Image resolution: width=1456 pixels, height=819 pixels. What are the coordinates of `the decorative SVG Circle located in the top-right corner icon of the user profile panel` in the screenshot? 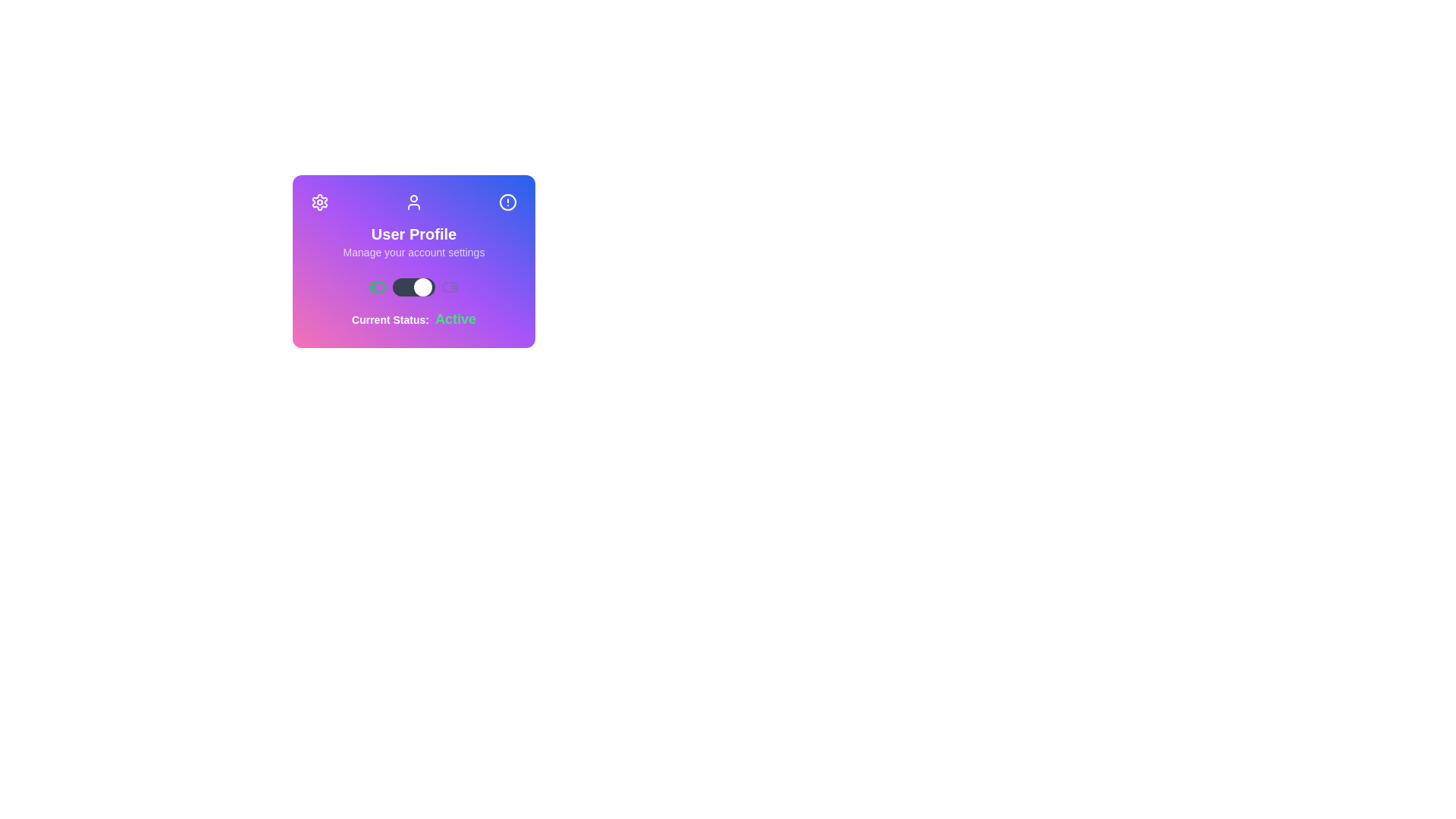 It's located at (508, 201).